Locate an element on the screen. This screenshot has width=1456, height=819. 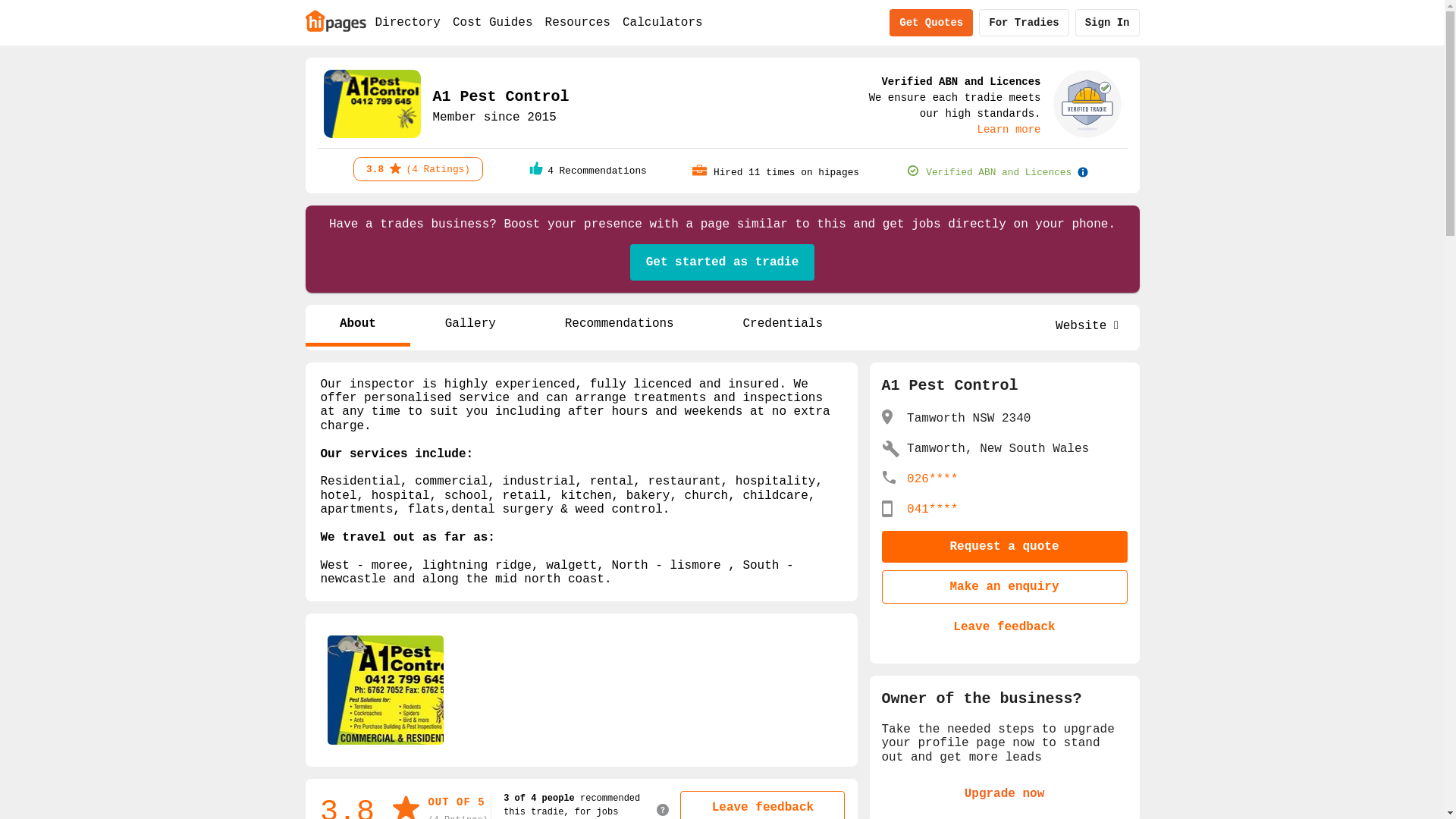
'Learn more' is located at coordinates (1008, 129).